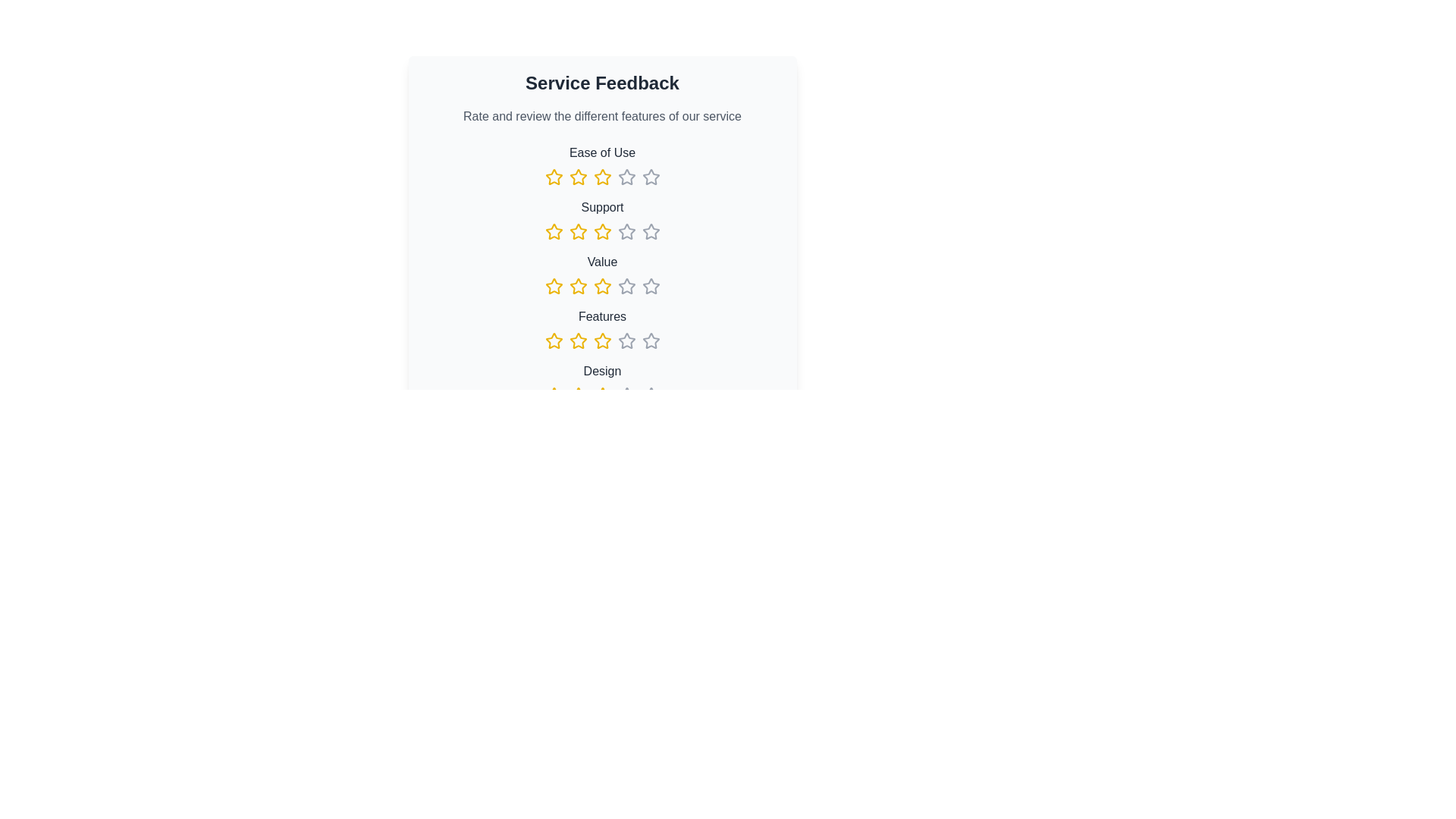 The height and width of the screenshot is (819, 1456). What do you see at coordinates (601, 116) in the screenshot?
I see `instructional static text label located directly below the 'Service Feedback' heading in the feedback section` at bounding box center [601, 116].